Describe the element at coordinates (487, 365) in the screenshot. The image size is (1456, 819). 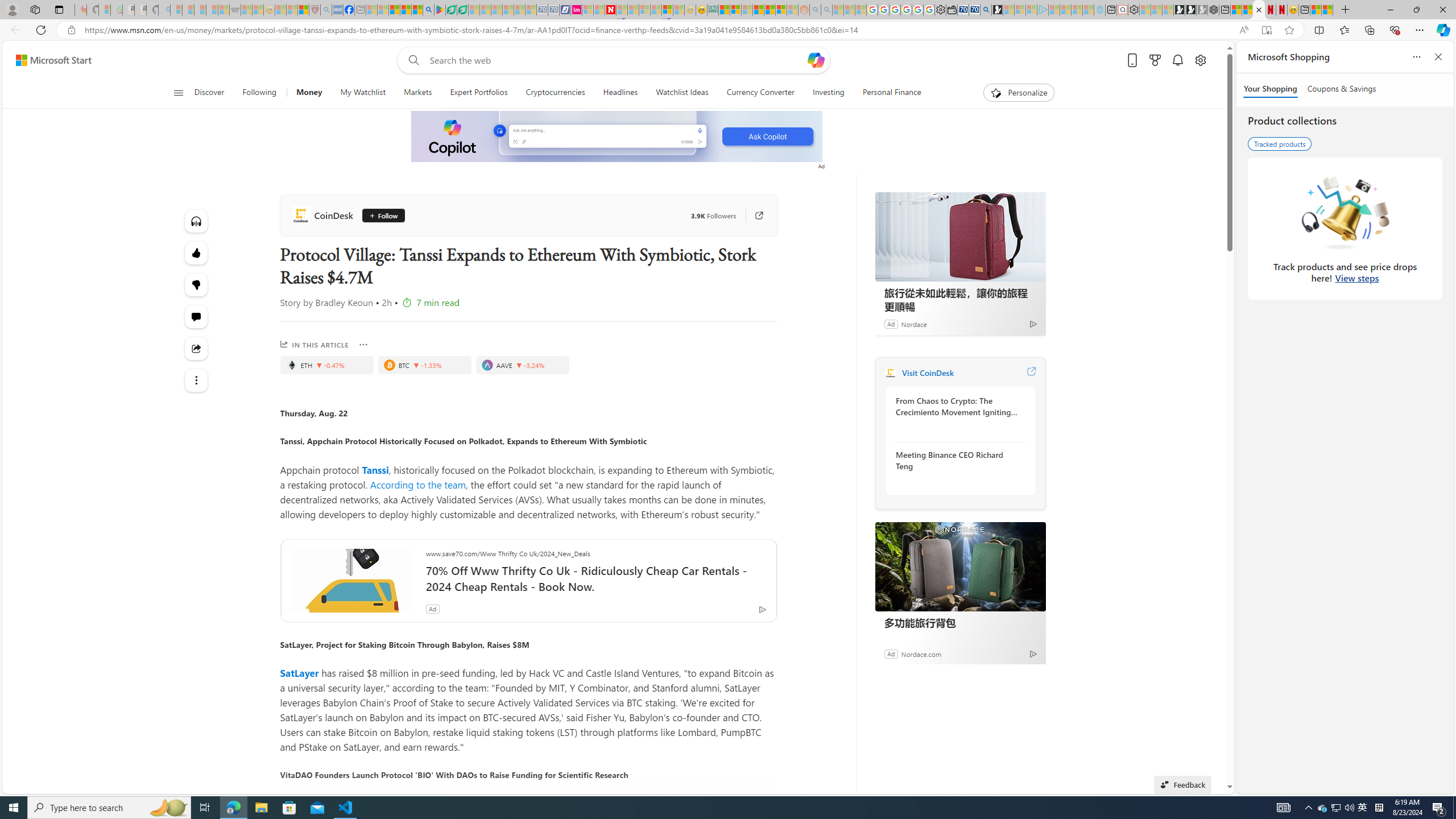
I see `'Aave'` at that location.